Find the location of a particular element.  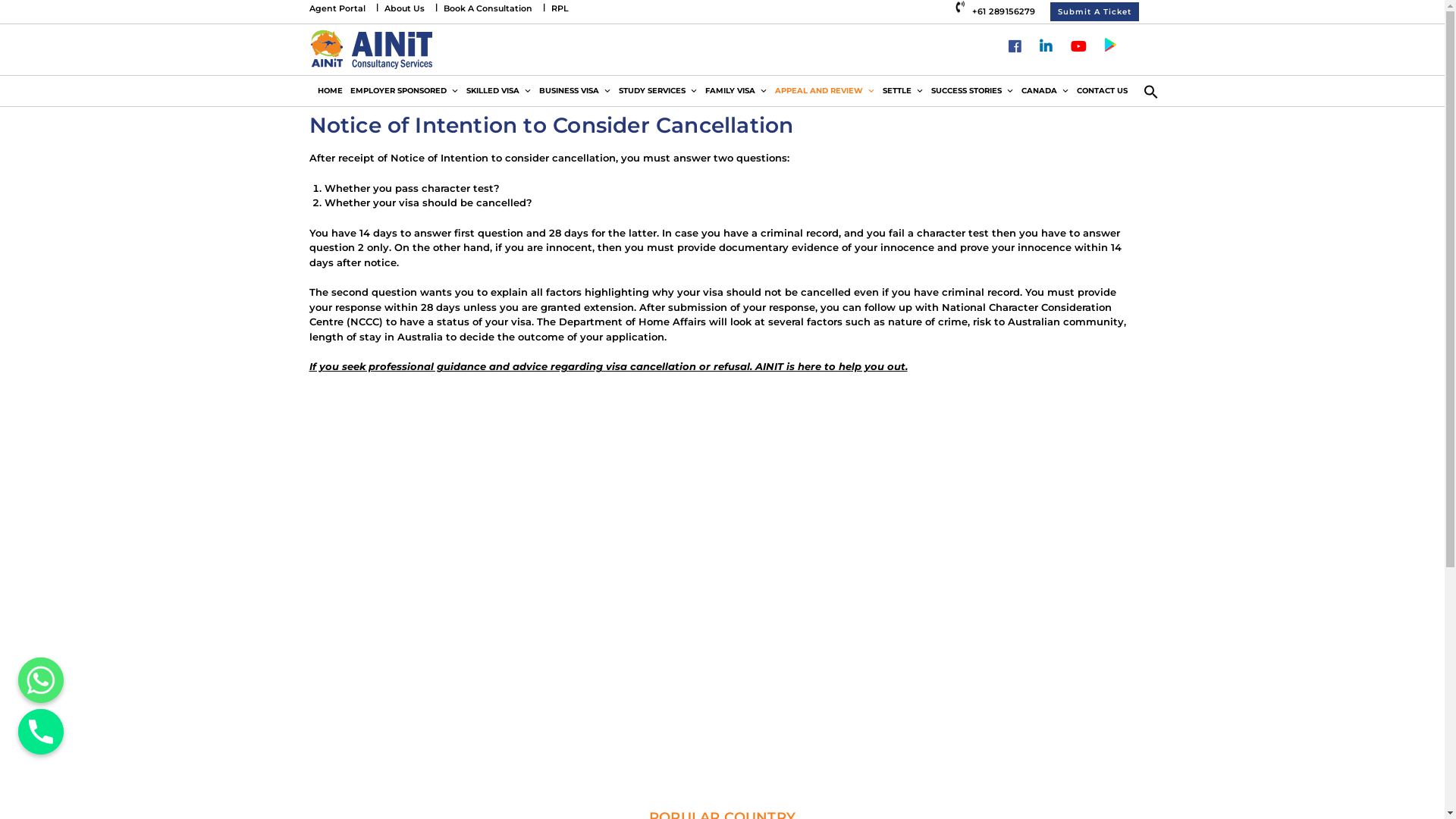

'HOME' is located at coordinates (329, 90).